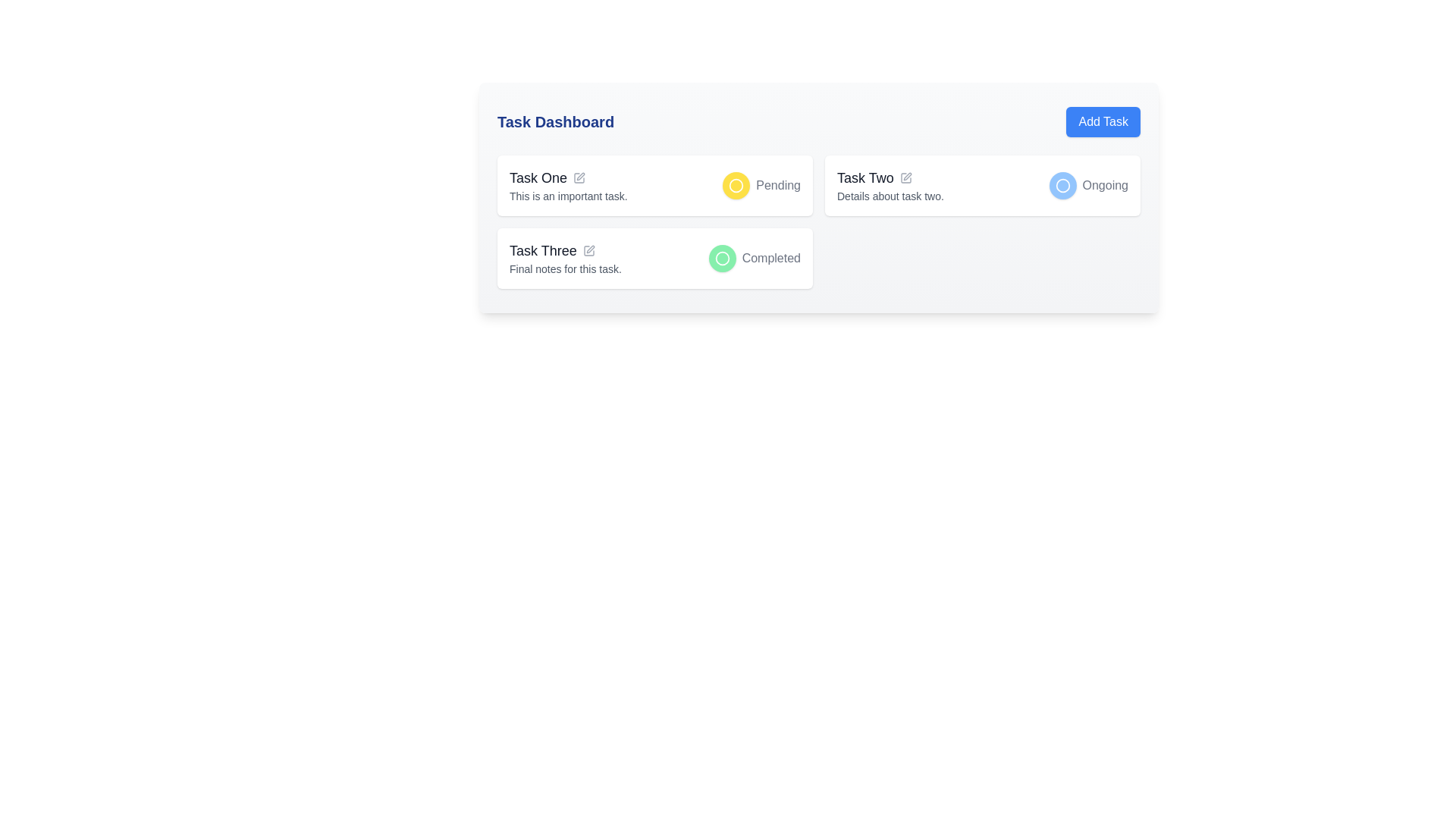 This screenshot has width=1456, height=819. I want to click on the edit icon SVG element located next to the text 'Task Two' in the top-right corner of its card, which indicates that the task is editable, so click(907, 175).